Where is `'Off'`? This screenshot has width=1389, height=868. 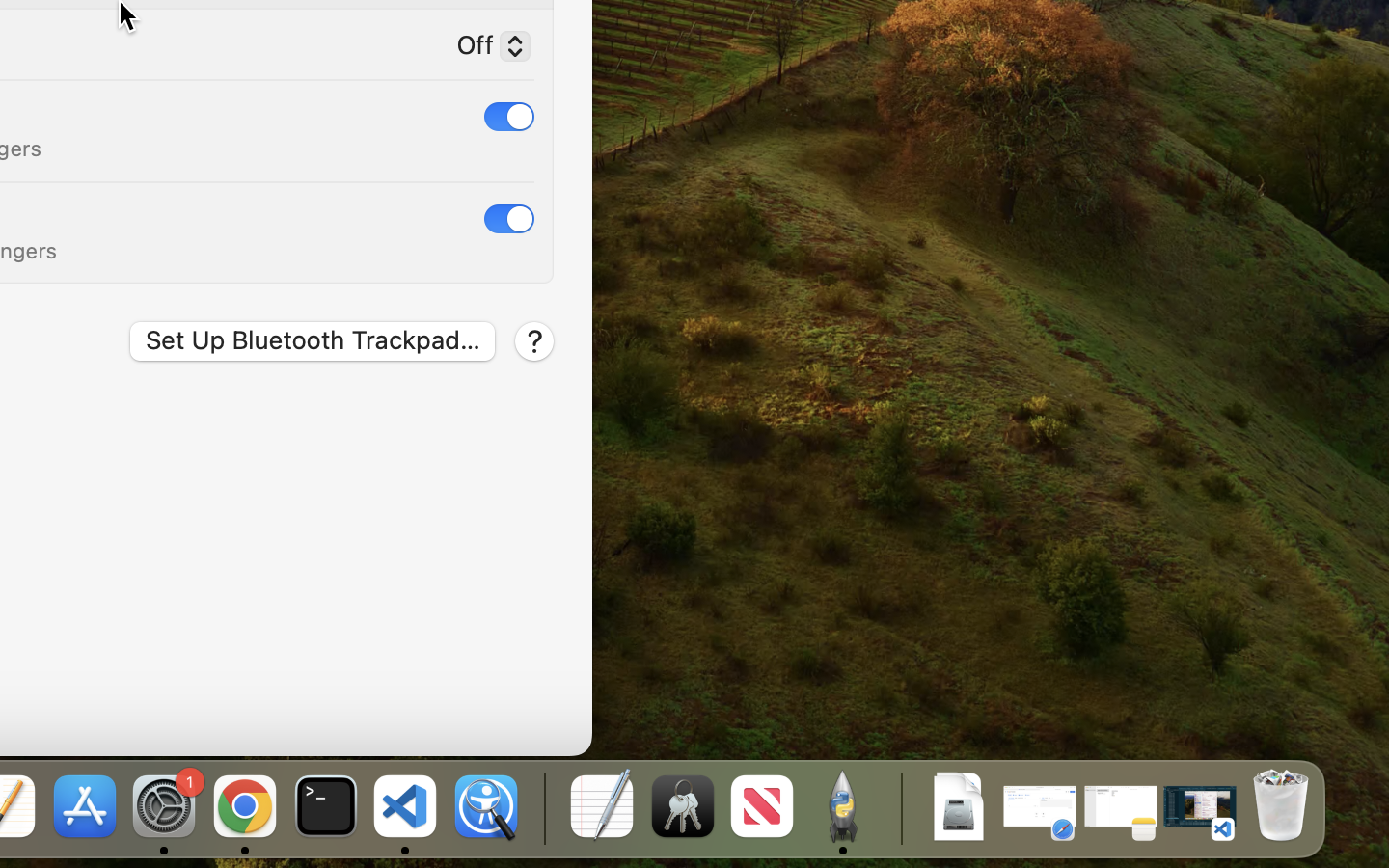
'Off' is located at coordinates (483, 48).